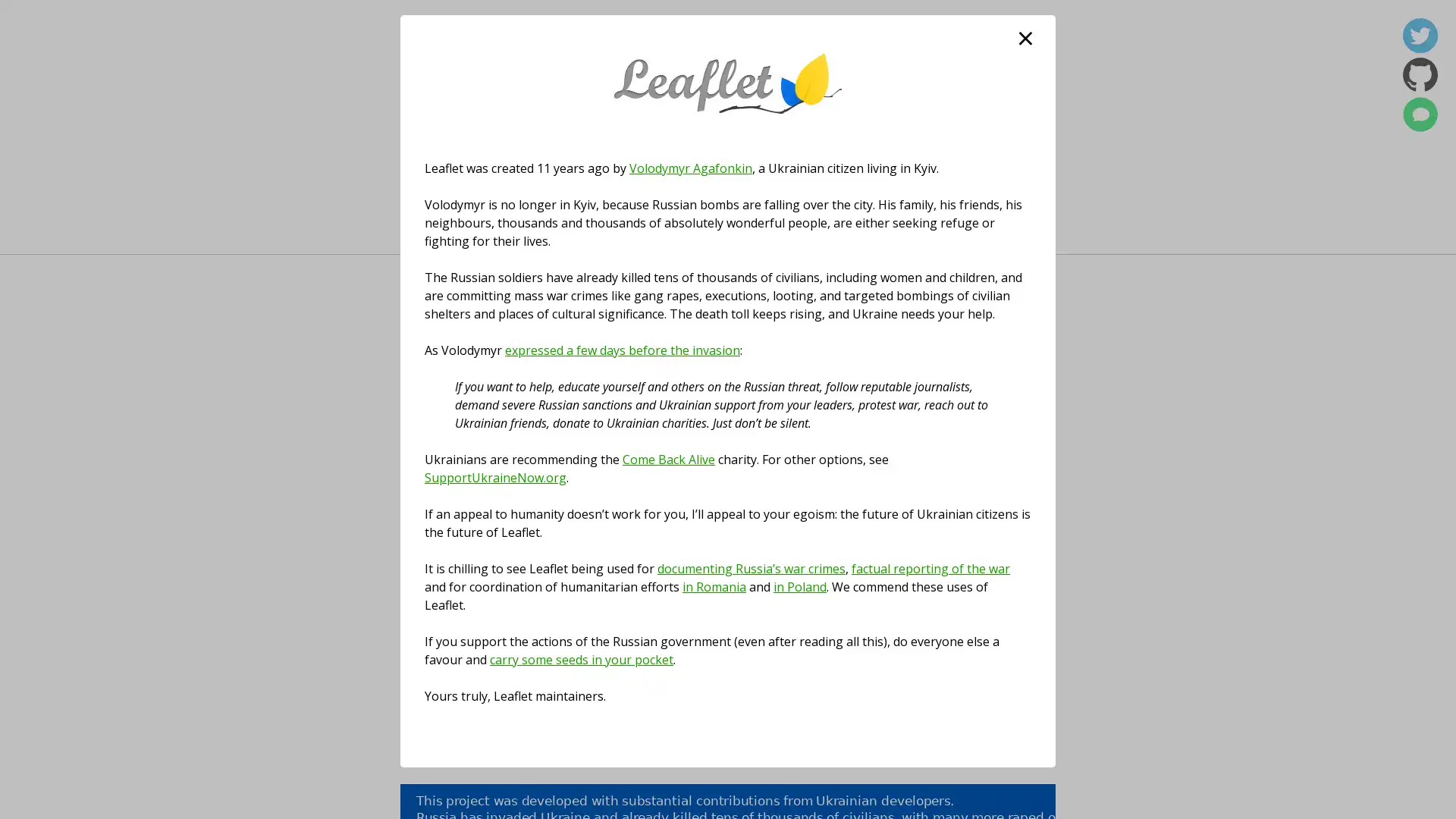 Image resolution: width=1456 pixels, height=819 pixels. What do you see at coordinates (1025, 37) in the screenshot?
I see `close` at bounding box center [1025, 37].